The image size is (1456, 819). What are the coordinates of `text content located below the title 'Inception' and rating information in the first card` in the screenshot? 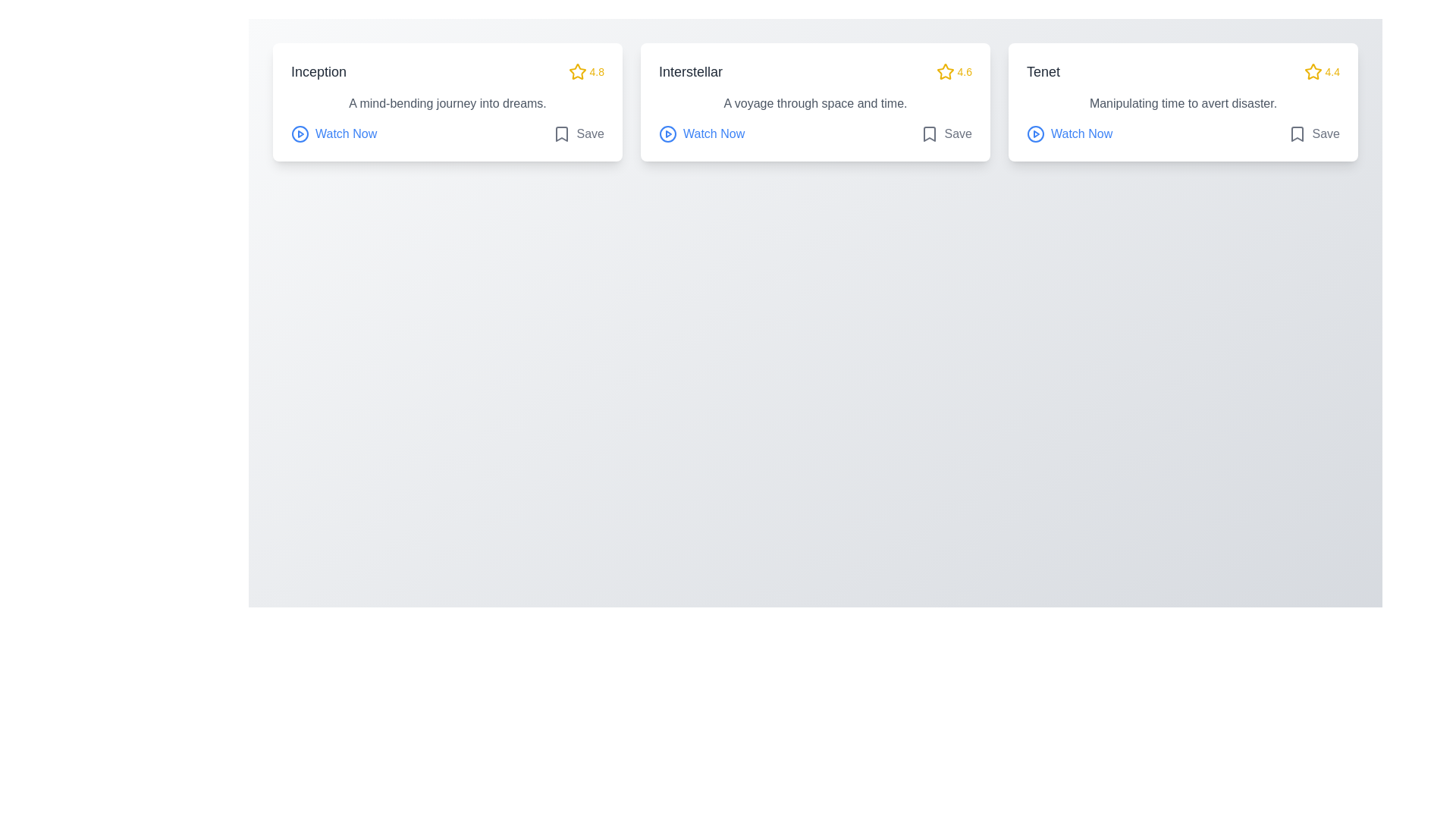 It's located at (447, 103).